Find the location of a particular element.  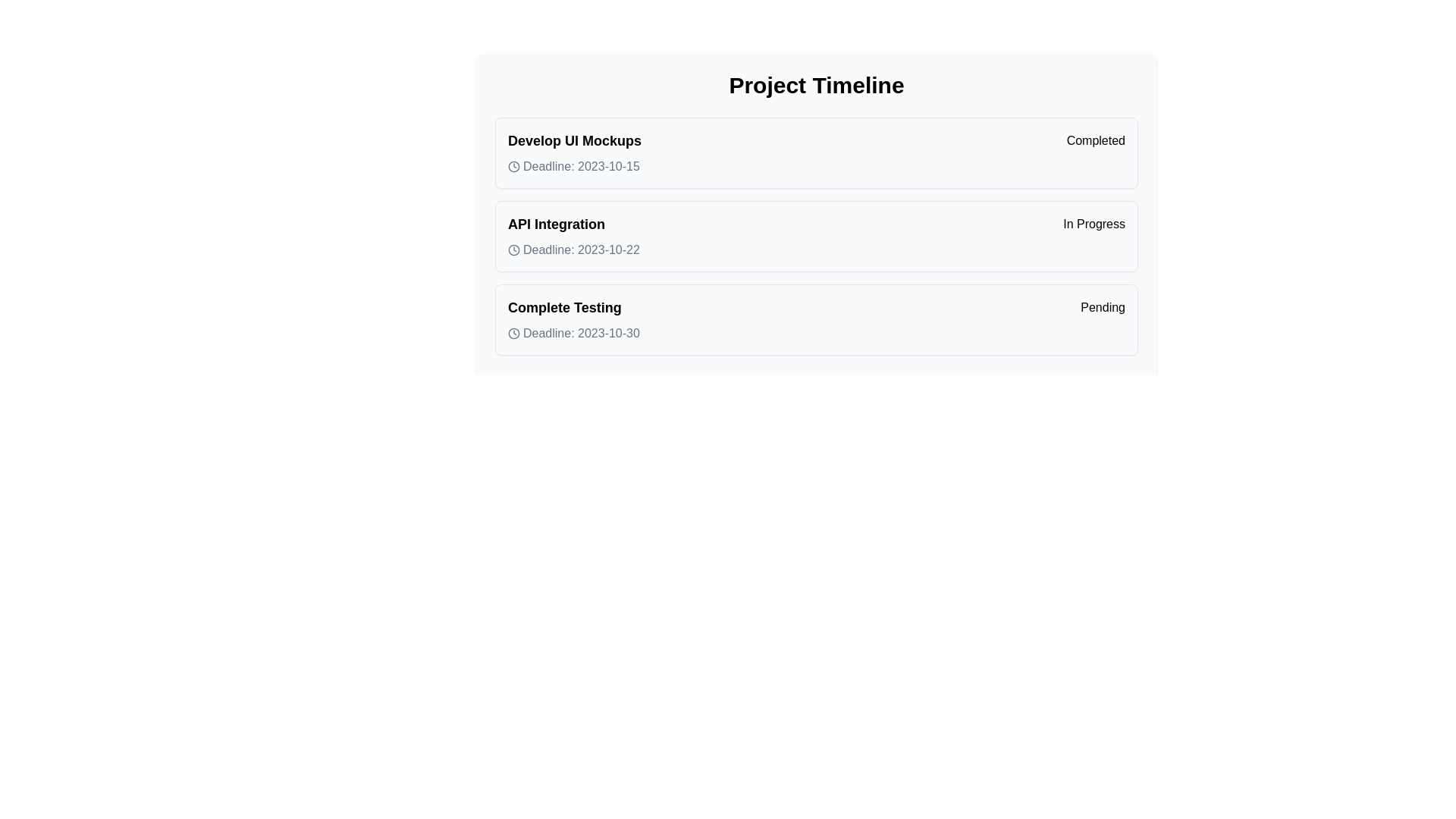

the deadline text label for the task 'Complete Testing' is located at coordinates (581, 332).